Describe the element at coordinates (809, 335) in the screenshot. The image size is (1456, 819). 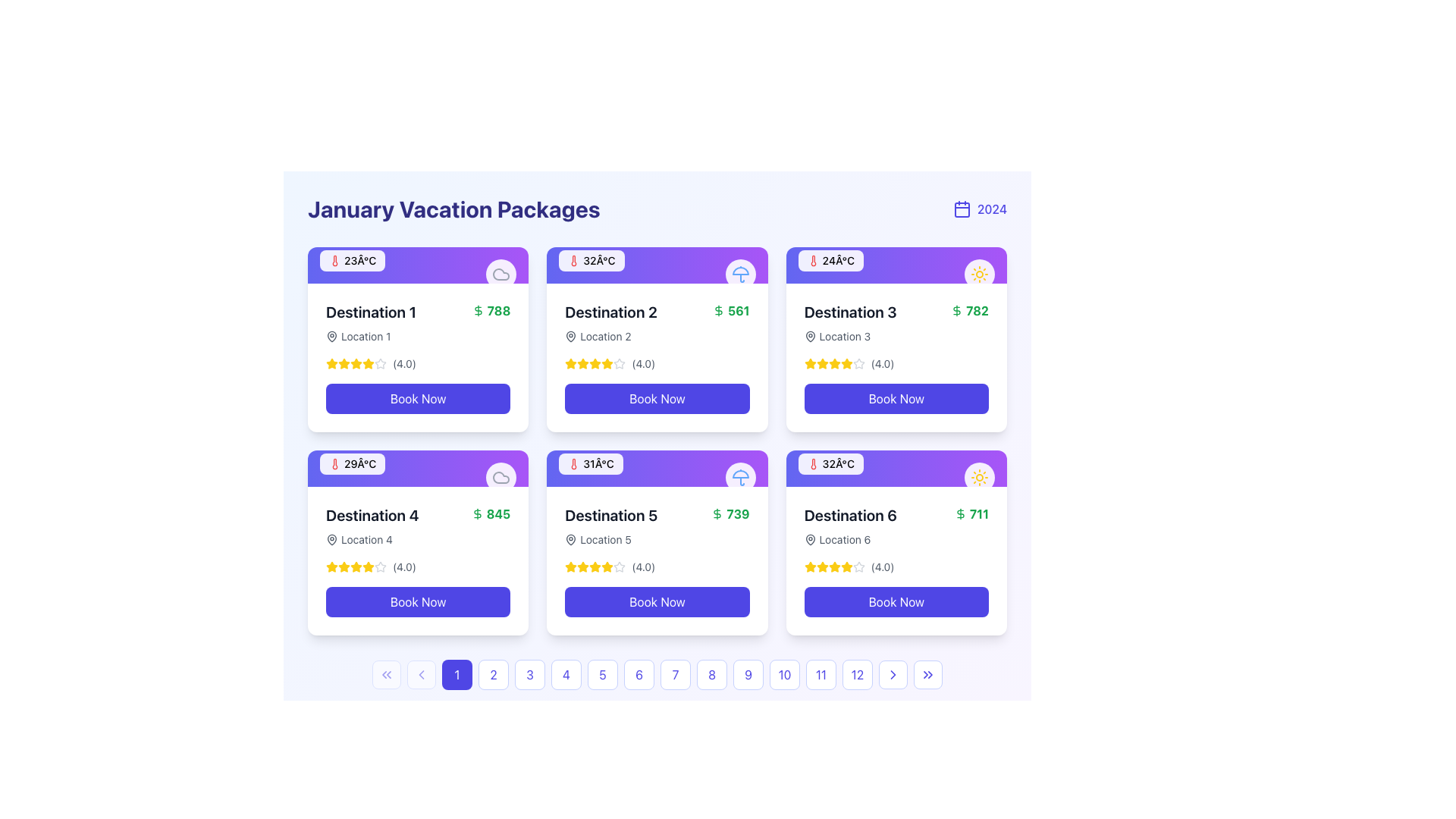
I see `the location pin icon located within the 'Destination 3' card` at that location.